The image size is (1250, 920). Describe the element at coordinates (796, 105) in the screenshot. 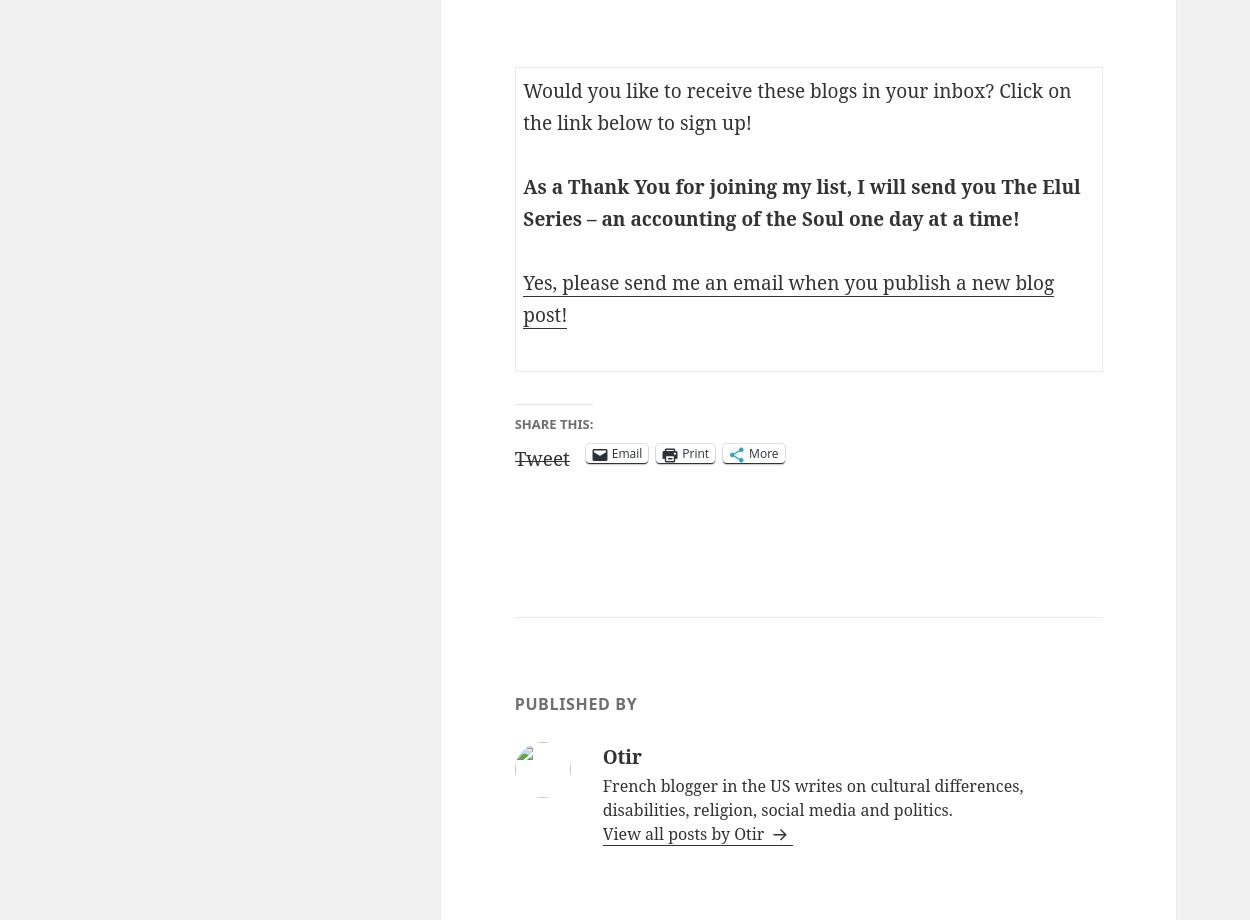

I see `'Would you like to receive these blogs in your inbox? Click on the link below to sign up!'` at that location.